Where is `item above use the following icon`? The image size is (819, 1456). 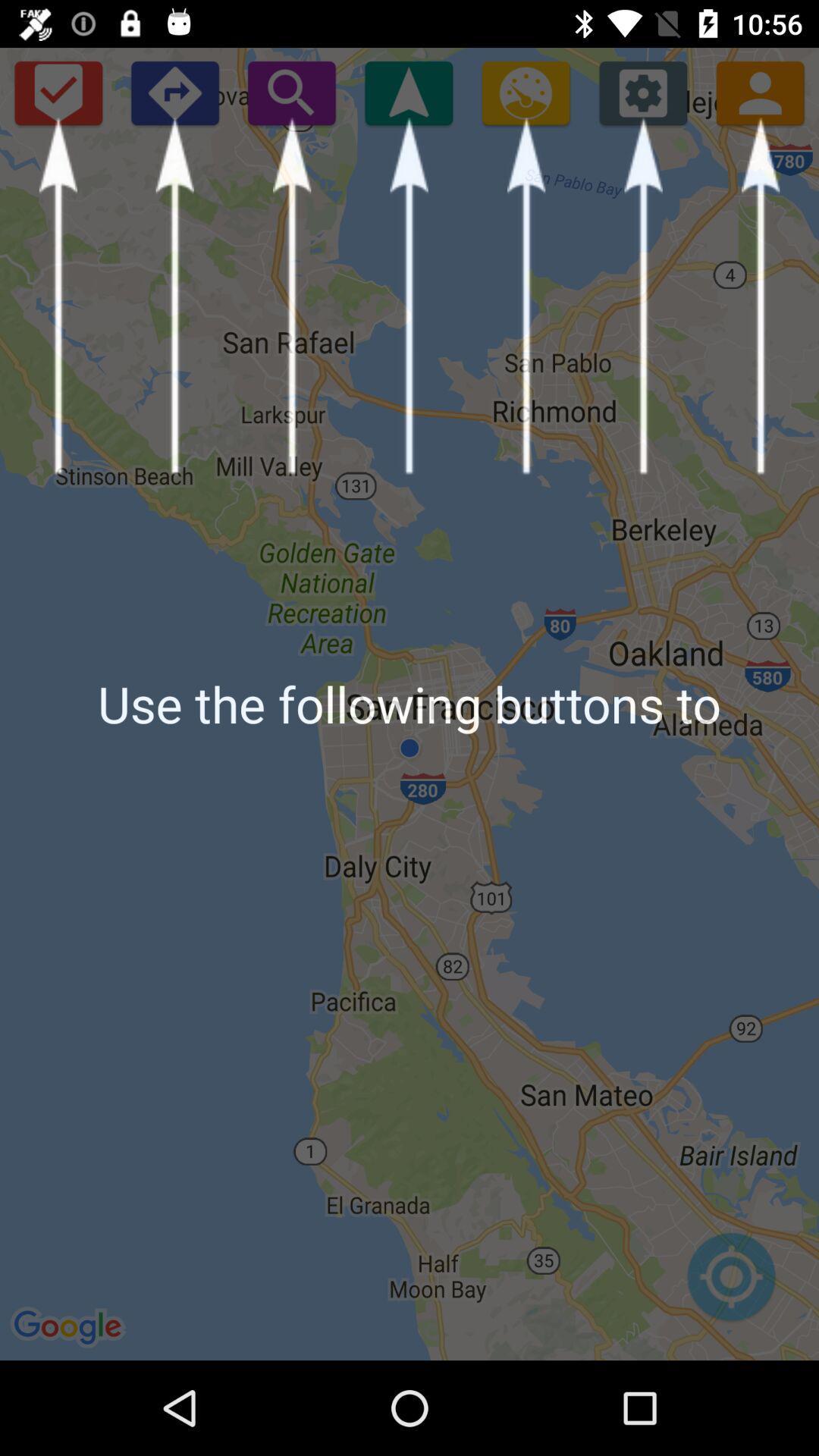
item above use the following icon is located at coordinates (174, 92).